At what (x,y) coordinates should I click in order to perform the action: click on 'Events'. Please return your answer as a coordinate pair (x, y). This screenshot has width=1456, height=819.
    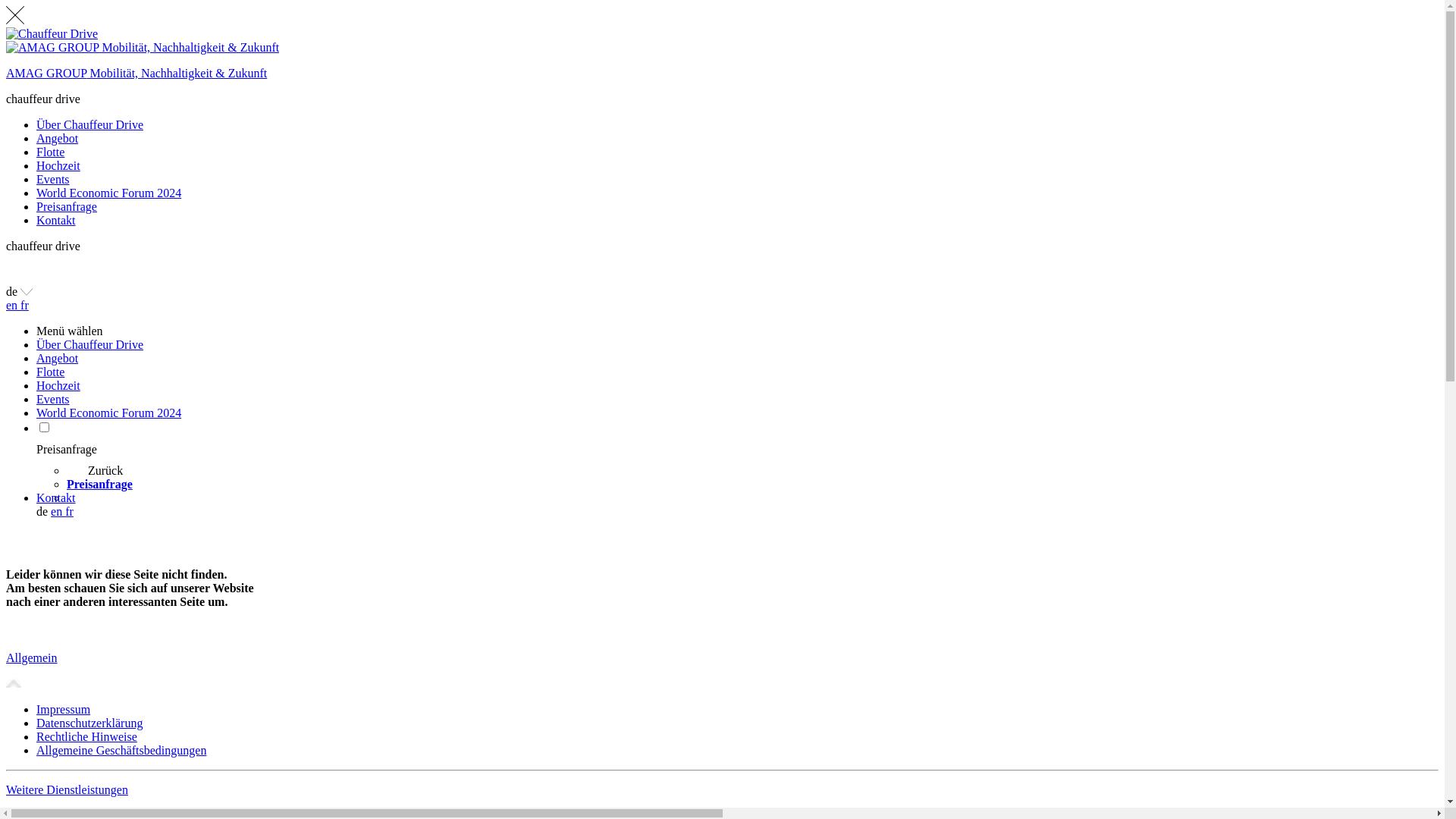
    Looking at the image, I should click on (53, 178).